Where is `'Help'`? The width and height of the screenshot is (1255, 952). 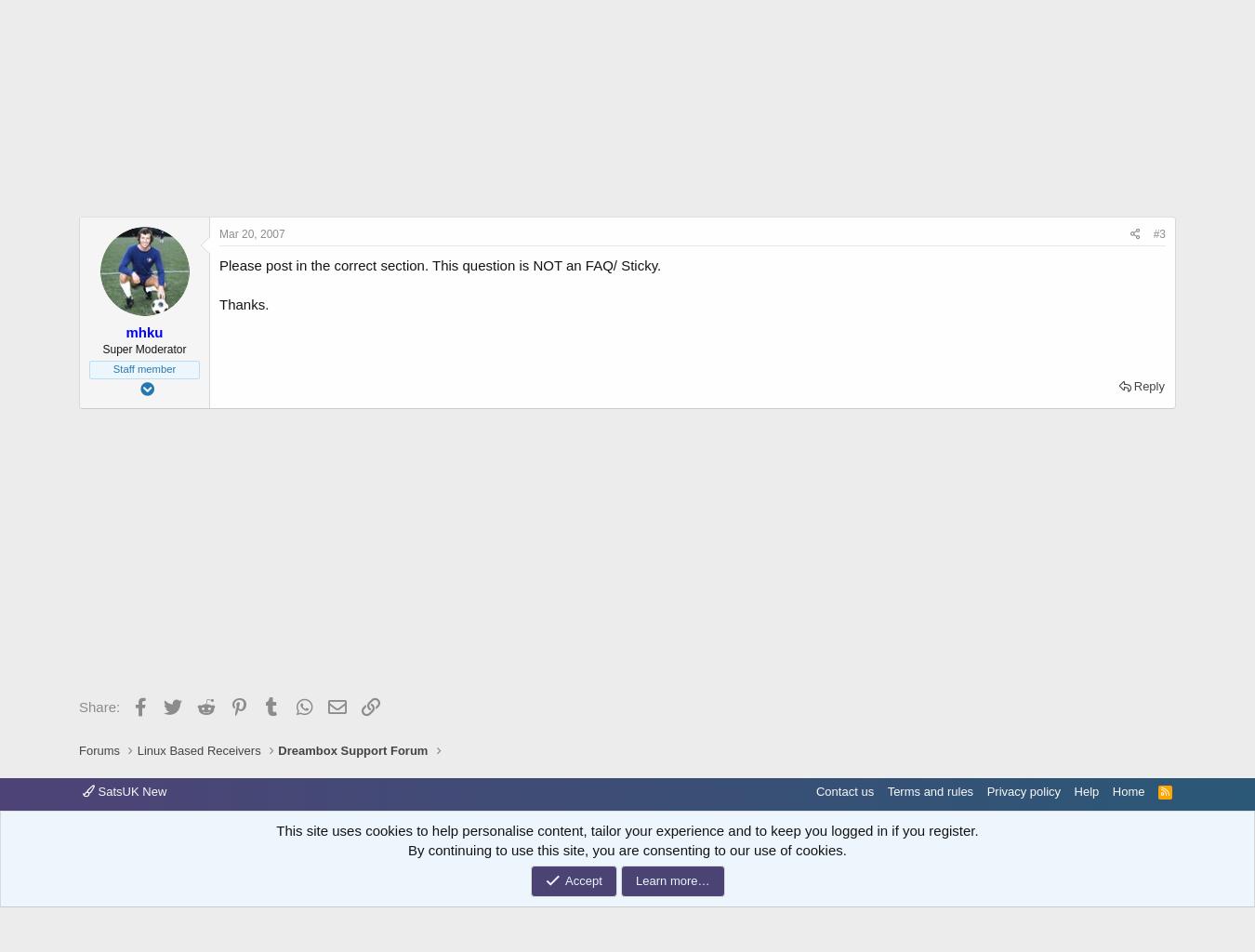
'Help' is located at coordinates (1073, 790).